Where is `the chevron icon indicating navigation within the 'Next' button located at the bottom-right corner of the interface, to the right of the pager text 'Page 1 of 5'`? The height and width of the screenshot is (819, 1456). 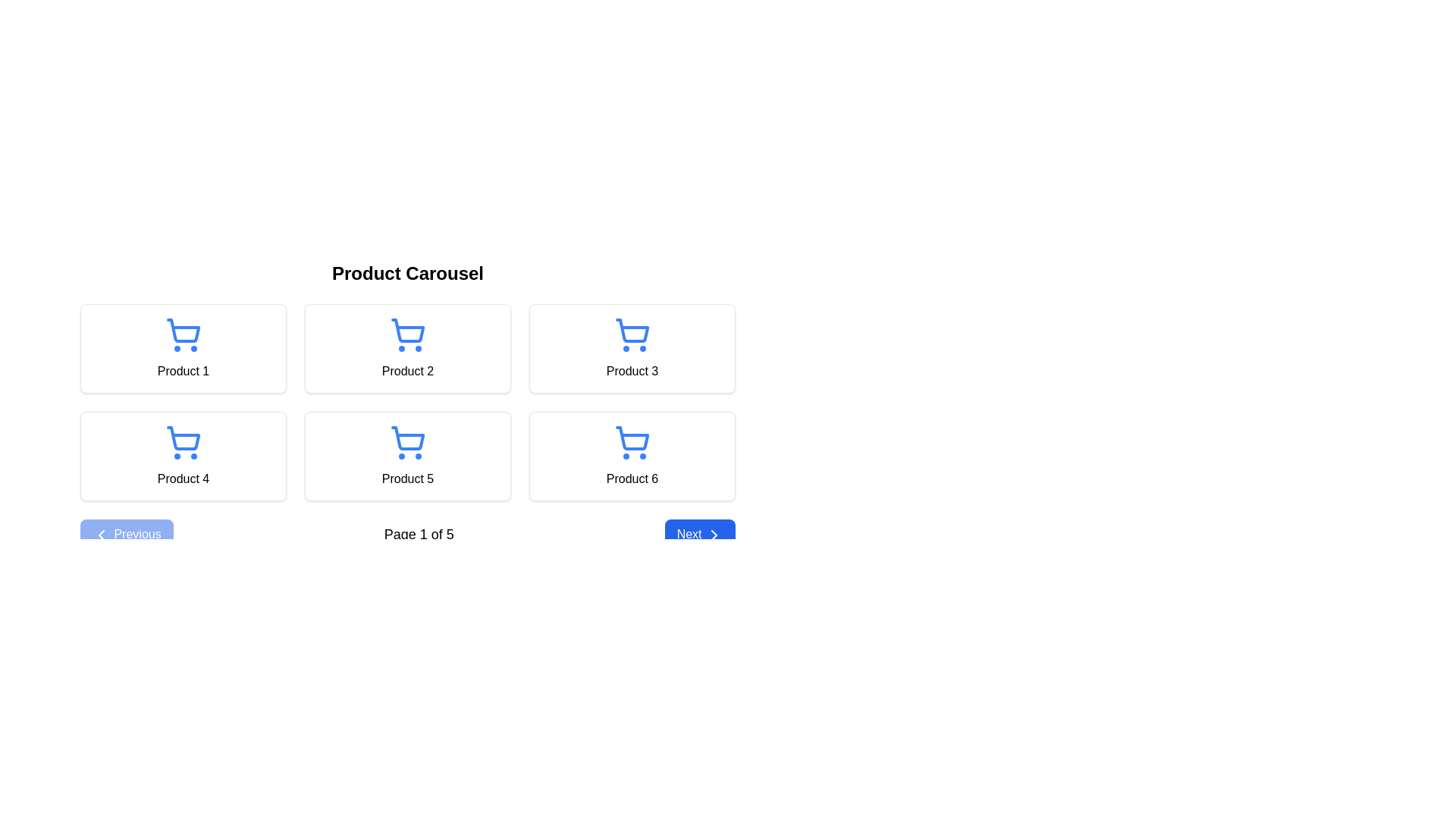 the chevron icon indicating navigation within the 'Next' button located at the bottom-right corner of the interface, to the right of the pager text 'Page 1 of 5' is located at coordinates (713, 534).